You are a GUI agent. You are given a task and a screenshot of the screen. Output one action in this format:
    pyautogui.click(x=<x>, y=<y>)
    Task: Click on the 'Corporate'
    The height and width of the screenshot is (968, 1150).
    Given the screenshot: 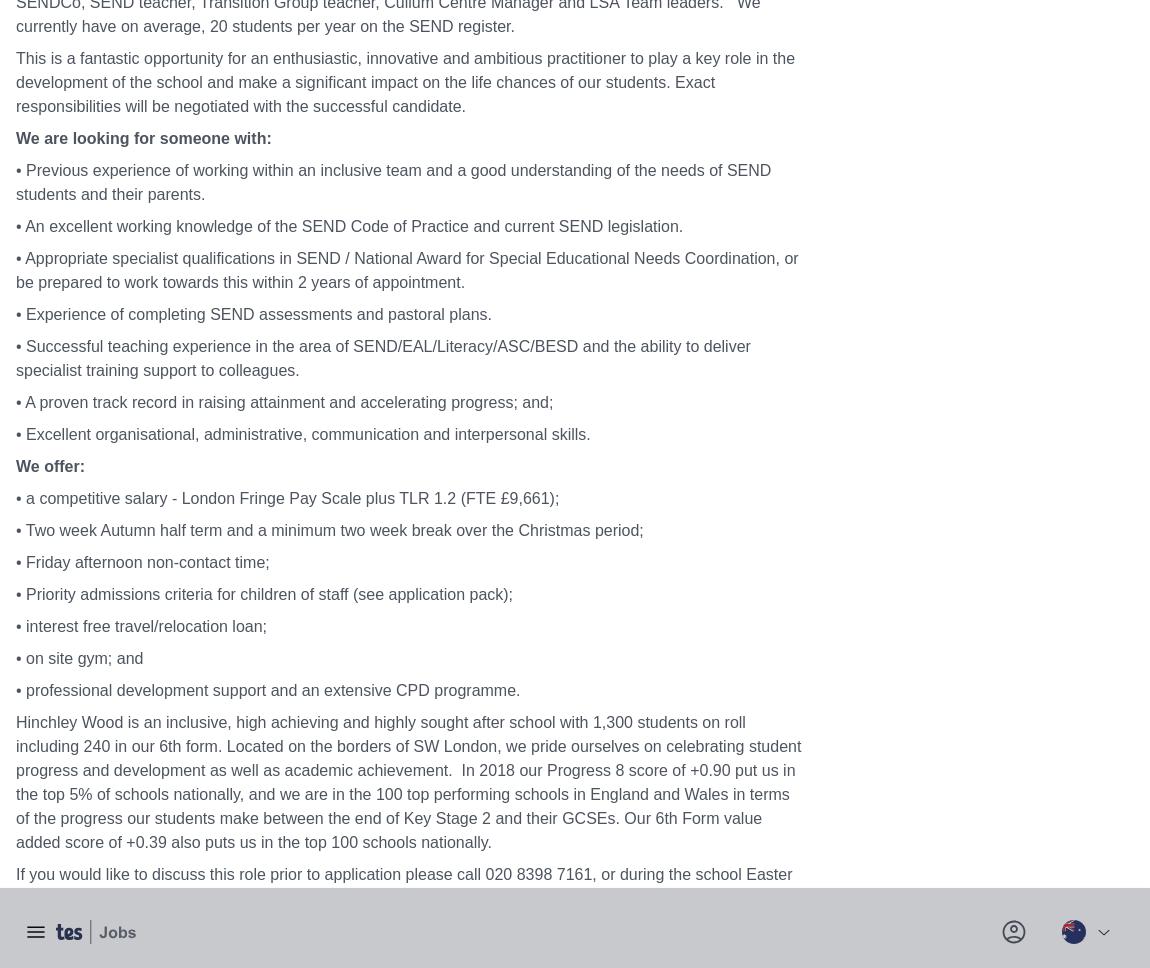 What is the action you would take?
    pyautogui.click(x=357, y=747)
    